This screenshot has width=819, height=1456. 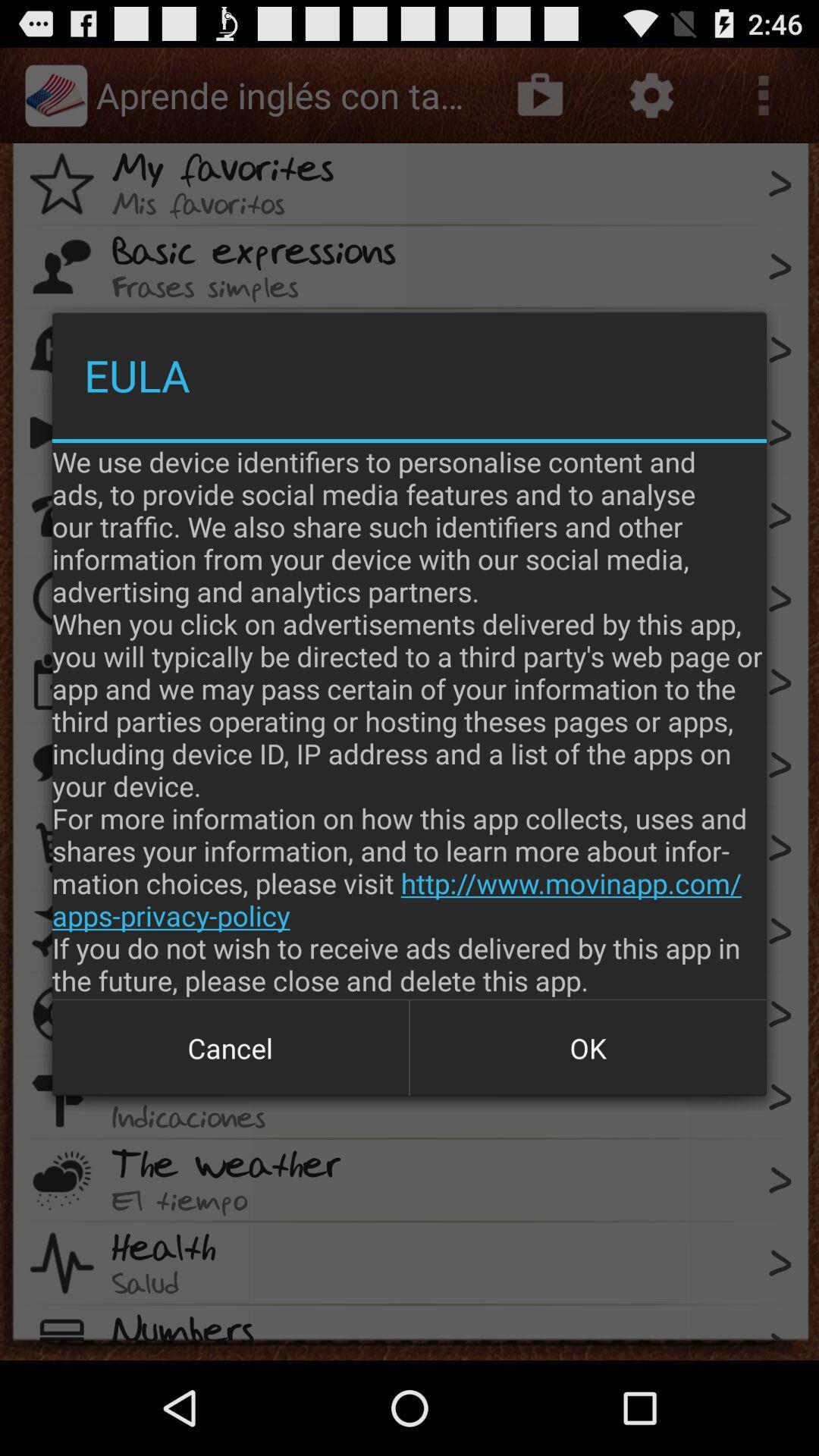 What do you see at coordinates (587, 1047) in the screenshot?
I see `item next to cancel icon` at bounding box center [587, 1047].